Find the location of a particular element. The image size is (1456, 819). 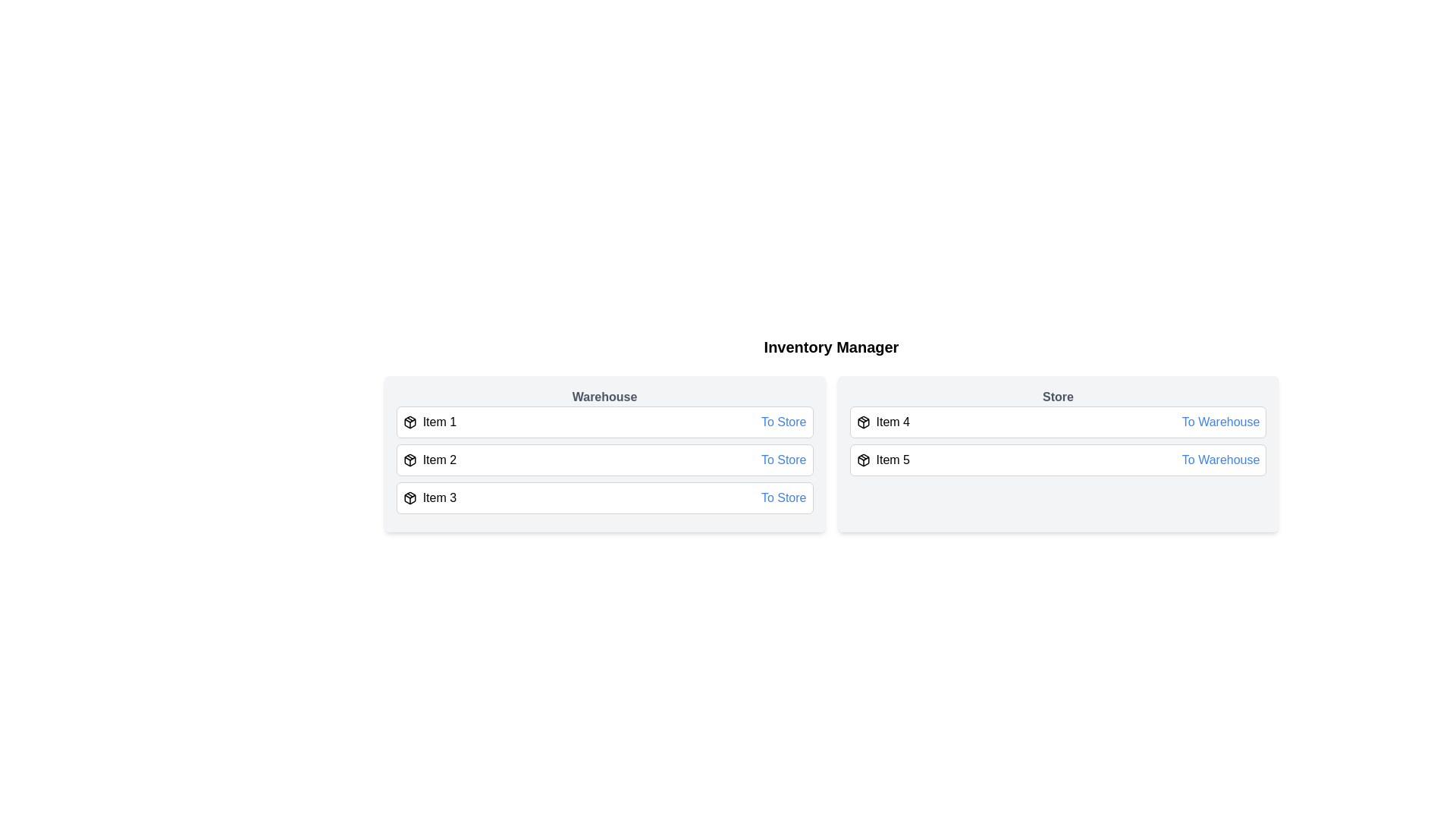

the button to transfer Item 1 from Warehouse to <destination> is located at coordinates (783, 422).